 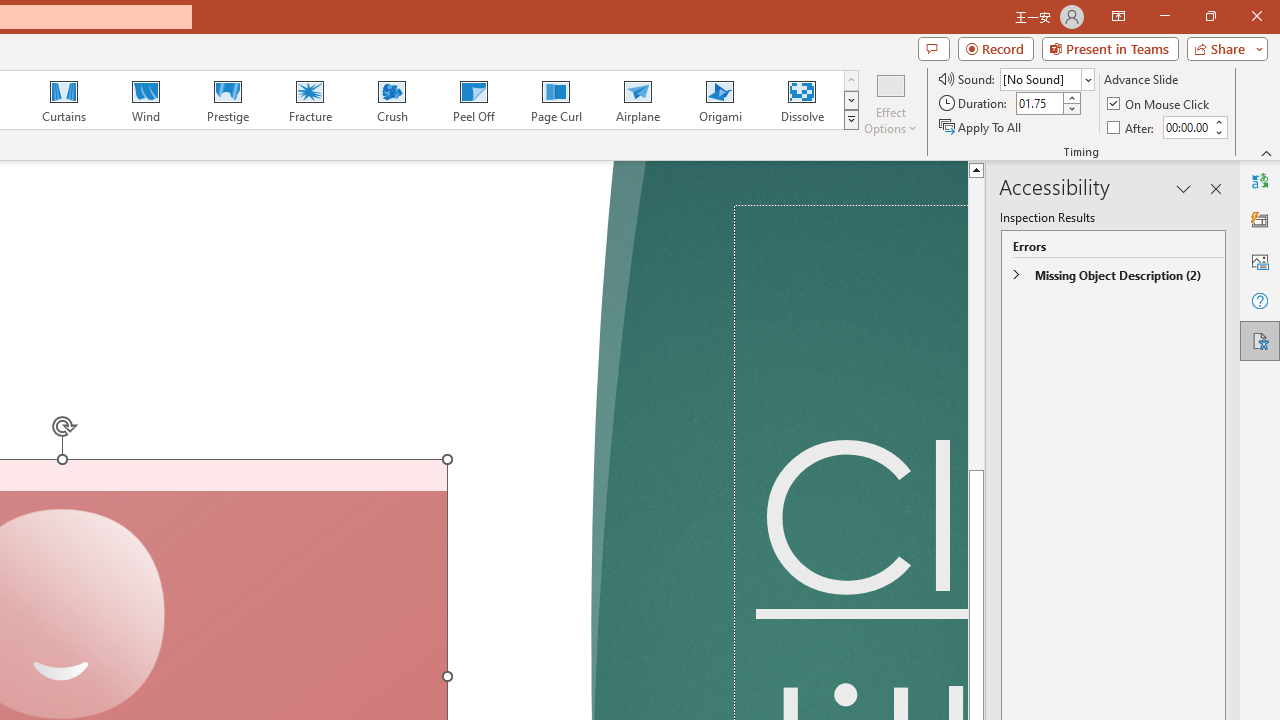 I want to click on 'Help', so click(x=1259, y=300).